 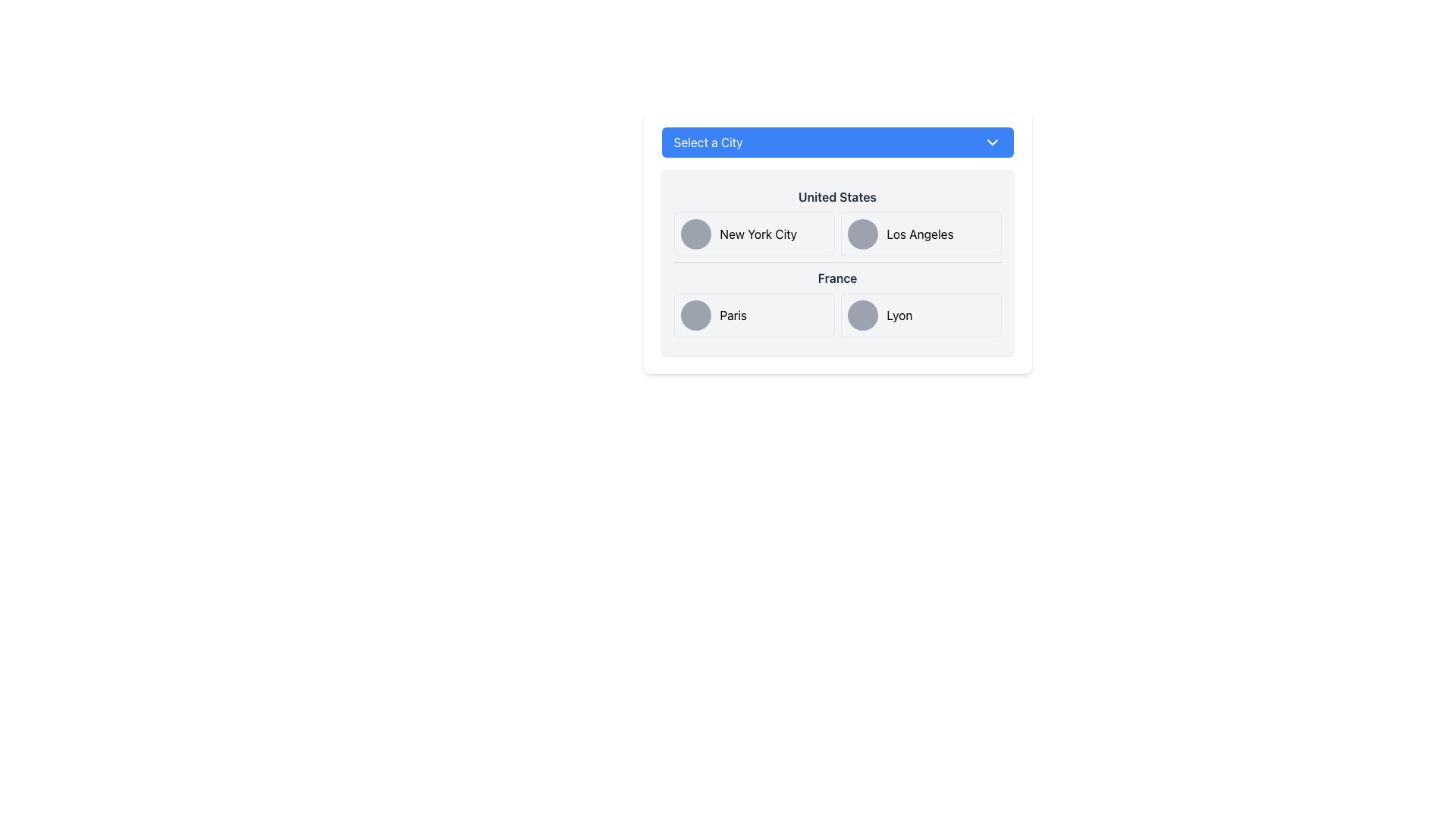 I want to click on the dropdown button labeled 'Select a City' with a blue background and a downward-pointing arrow, so click(x=836, y=143).